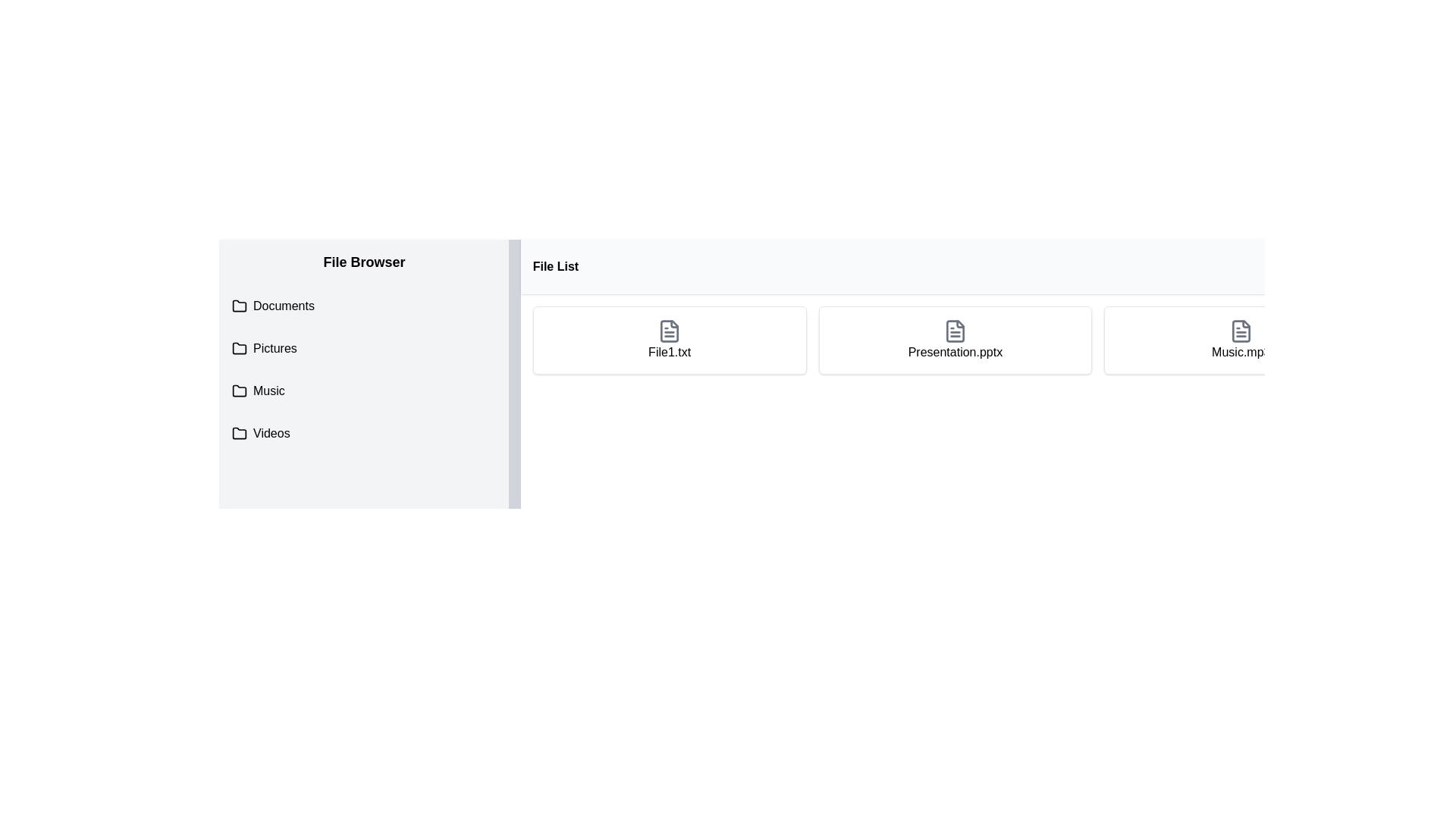 This screenshot has height=819, width=1456. Describe the element at coordinates (275, 348) in the screenshot. I see `the text label displaying 'Pictures' located in the navigation panel` at that location.